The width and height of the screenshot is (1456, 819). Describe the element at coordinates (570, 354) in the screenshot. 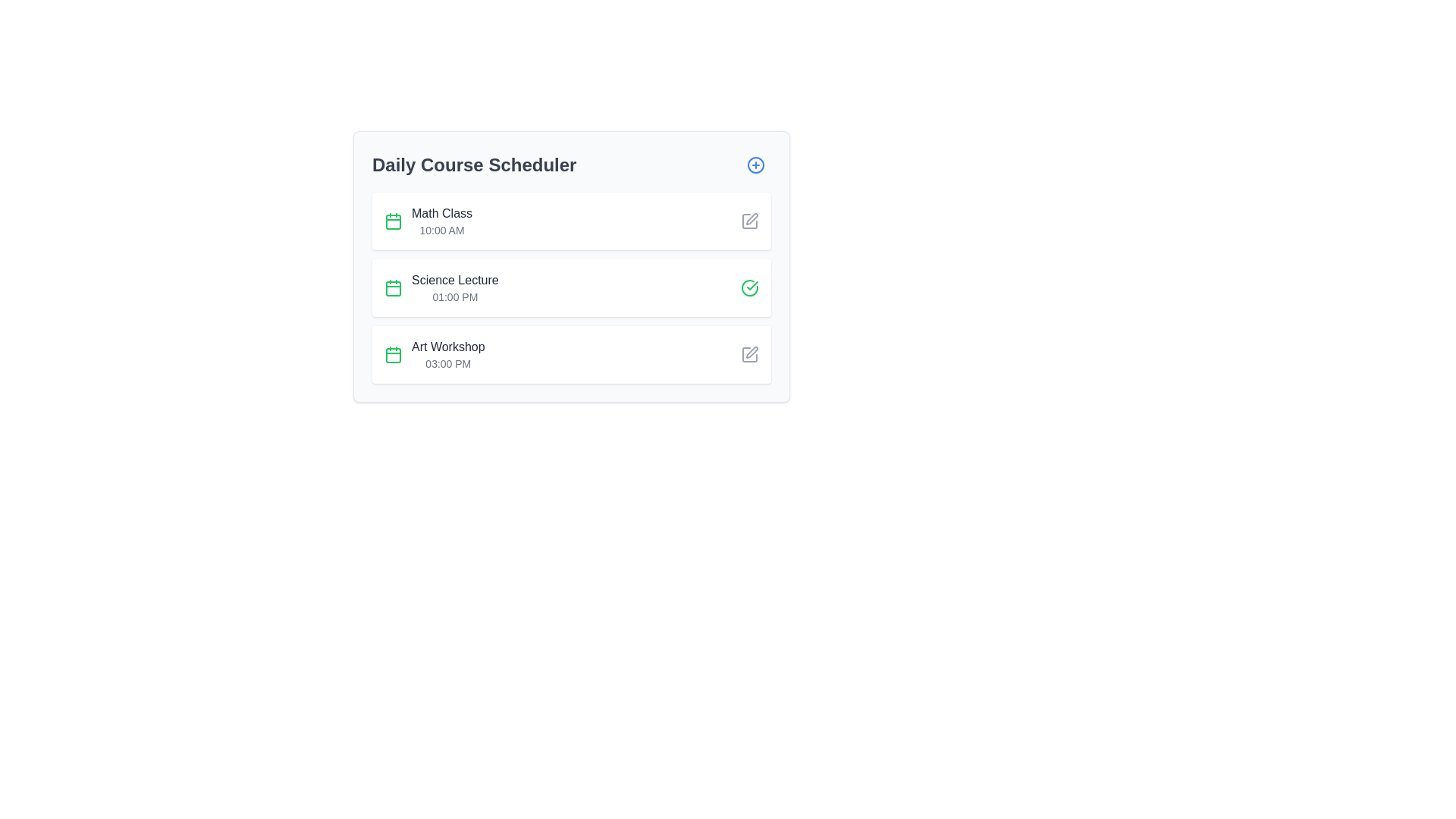

I see `the third Event card in the Daily Course Scheduler section` at that location.